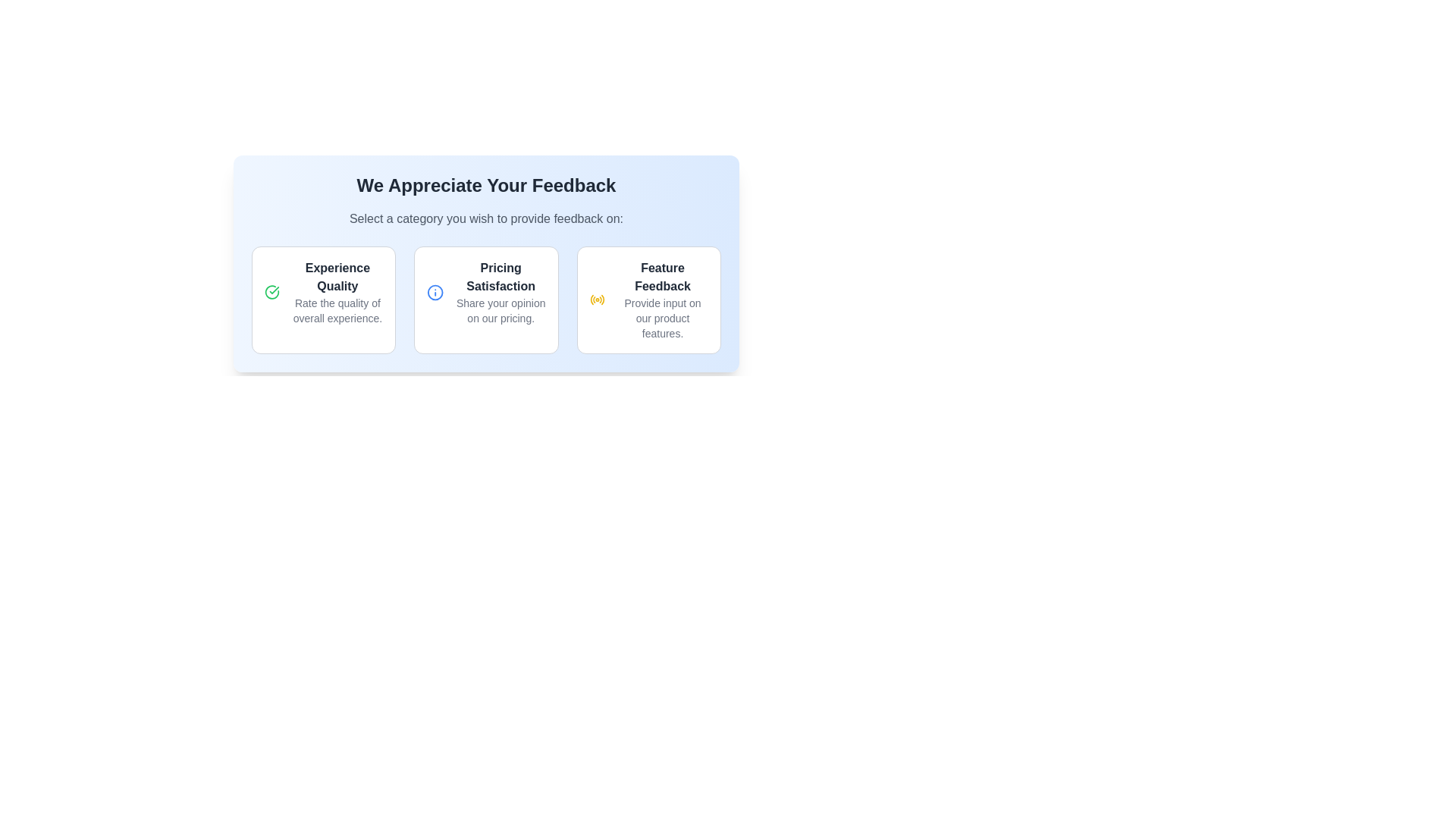  I want to click on the 'Pricing Satisfaction' information display element, which features a bold heading and a smaller description text, positioned in the center of the feedback section layout, so click(500, 292).